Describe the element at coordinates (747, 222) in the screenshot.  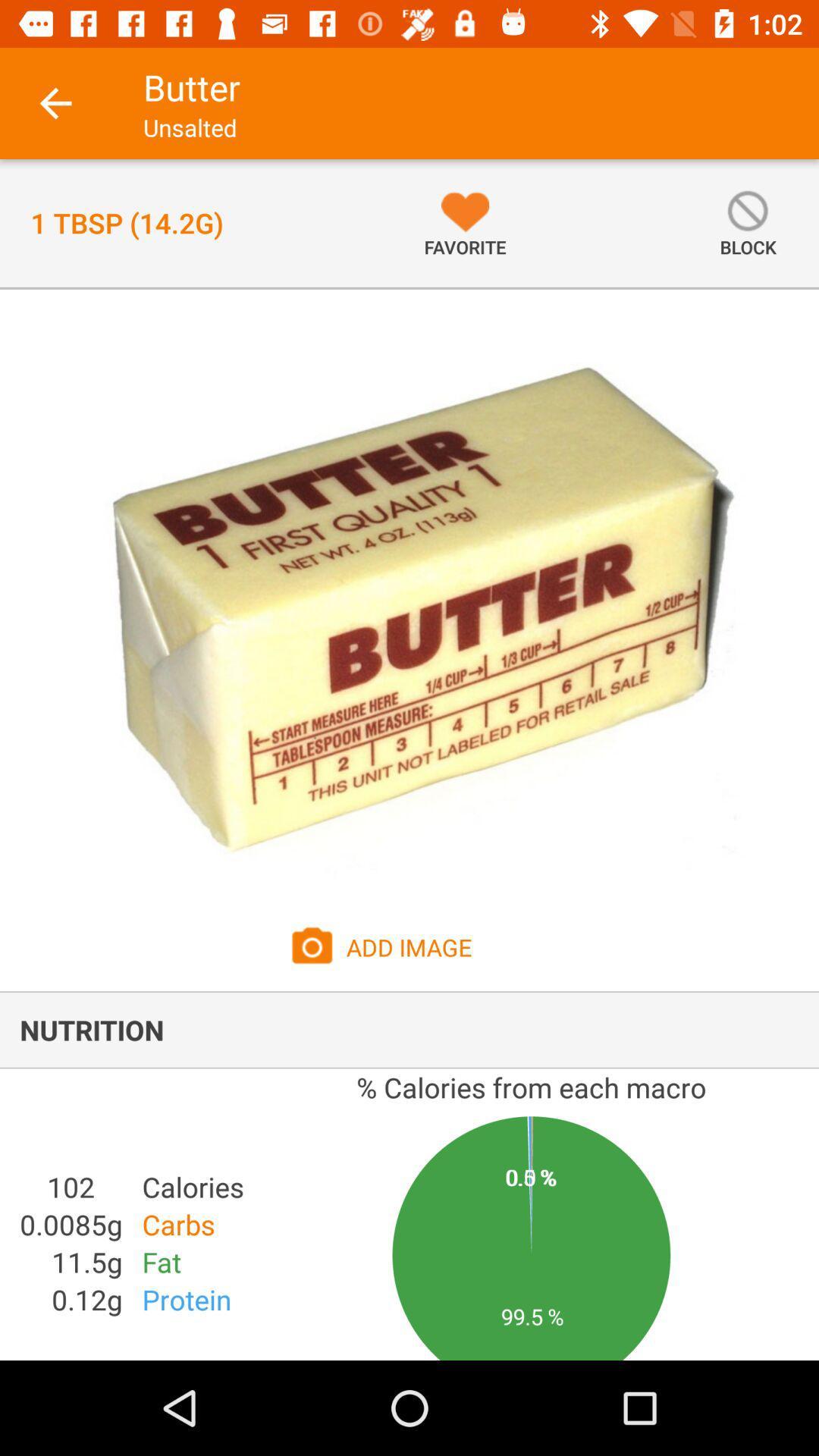
I see `the button block on the web page` at that location.